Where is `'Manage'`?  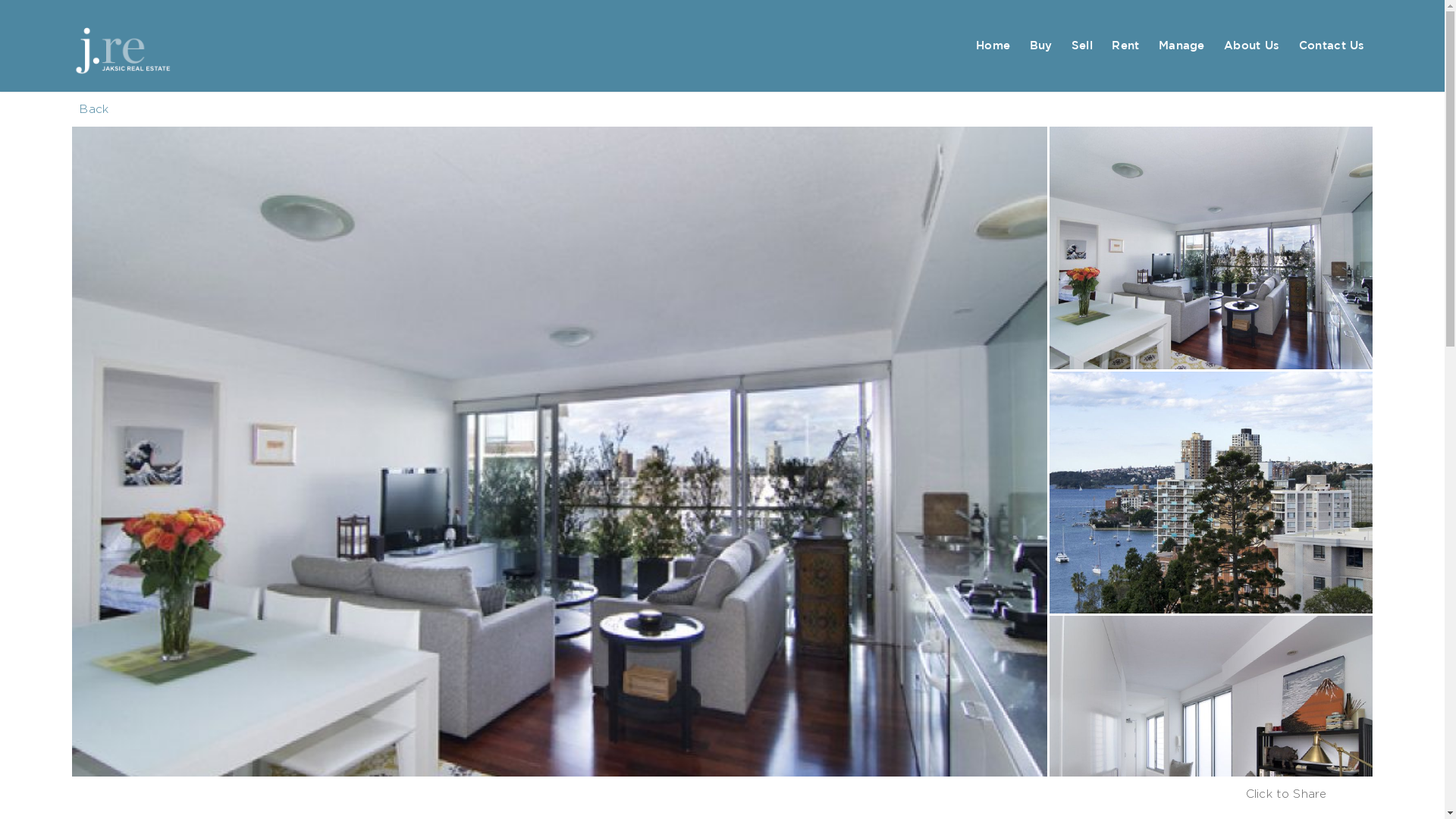 'Manage' is located at coordinates (1181, 45).